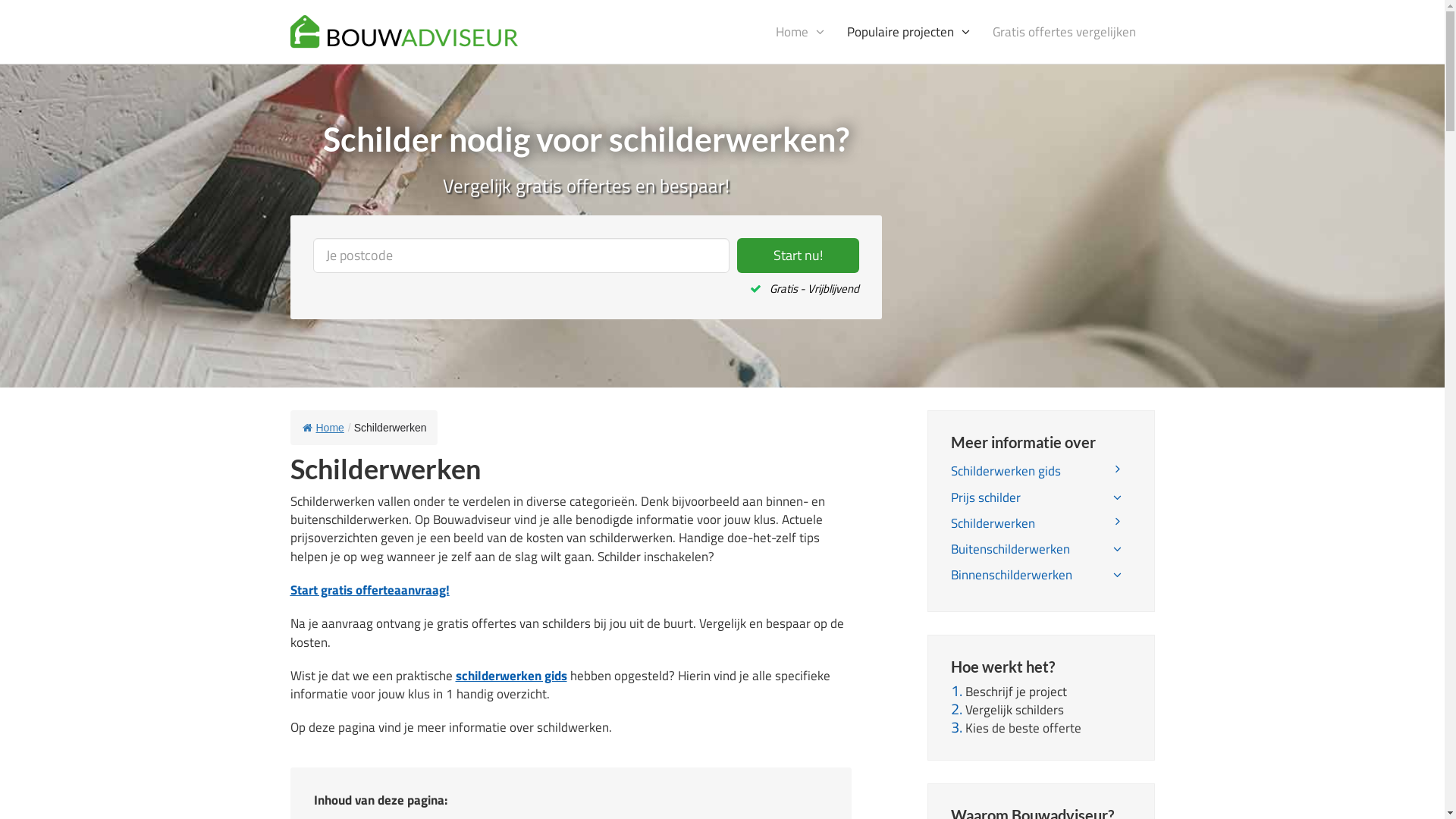  Describe the element at coordinates (1040, 470) in the screenshot. I see `'Schilderwerken gids'` at that location.